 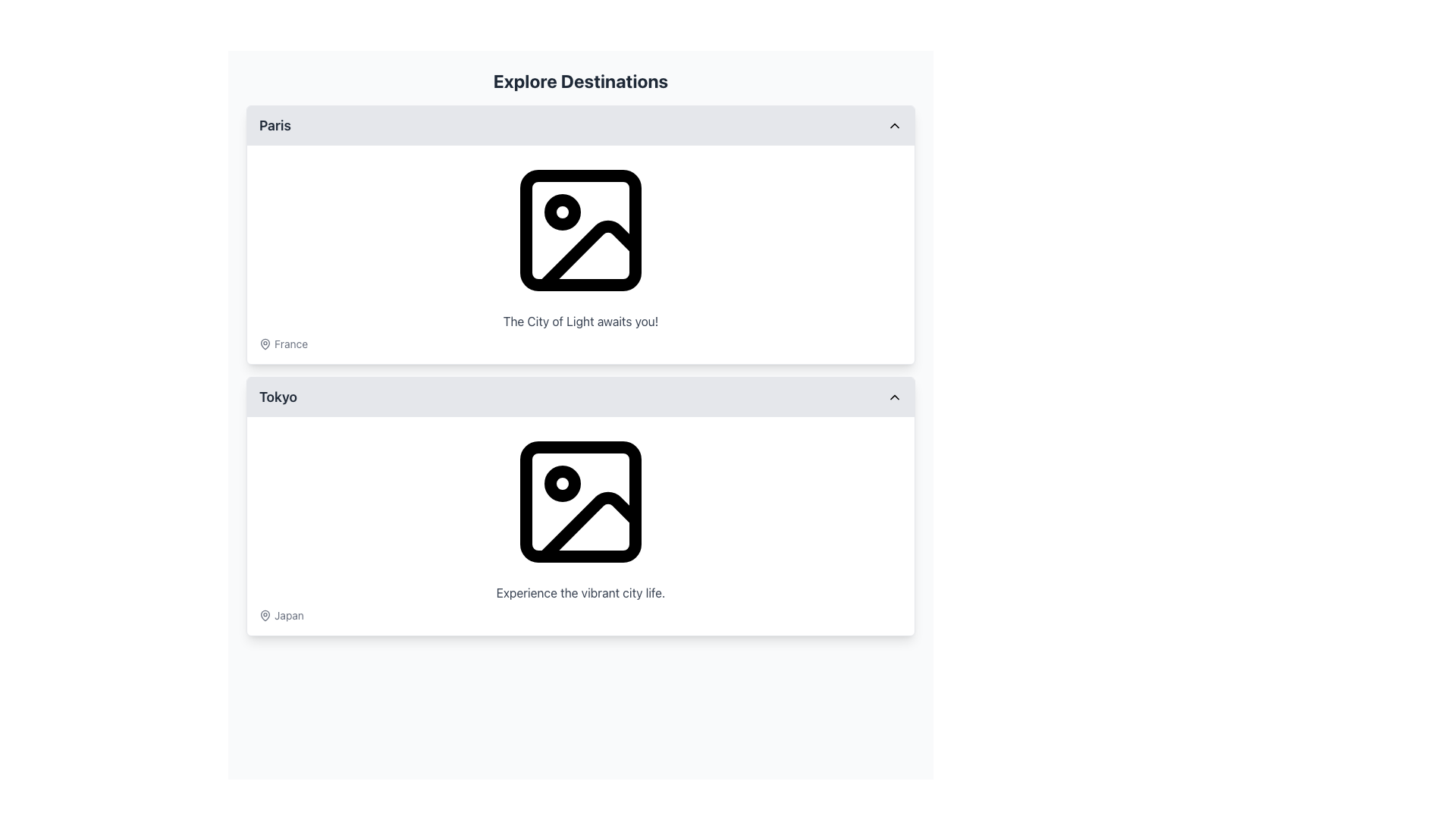 What do you see at coordinates (580, 592) in the screenshot?
I see `descriptive text about 'Tokyo' located in the 'Tokyo' card section, positioned above the 'Japan' text` at bounding box center [580, 592].